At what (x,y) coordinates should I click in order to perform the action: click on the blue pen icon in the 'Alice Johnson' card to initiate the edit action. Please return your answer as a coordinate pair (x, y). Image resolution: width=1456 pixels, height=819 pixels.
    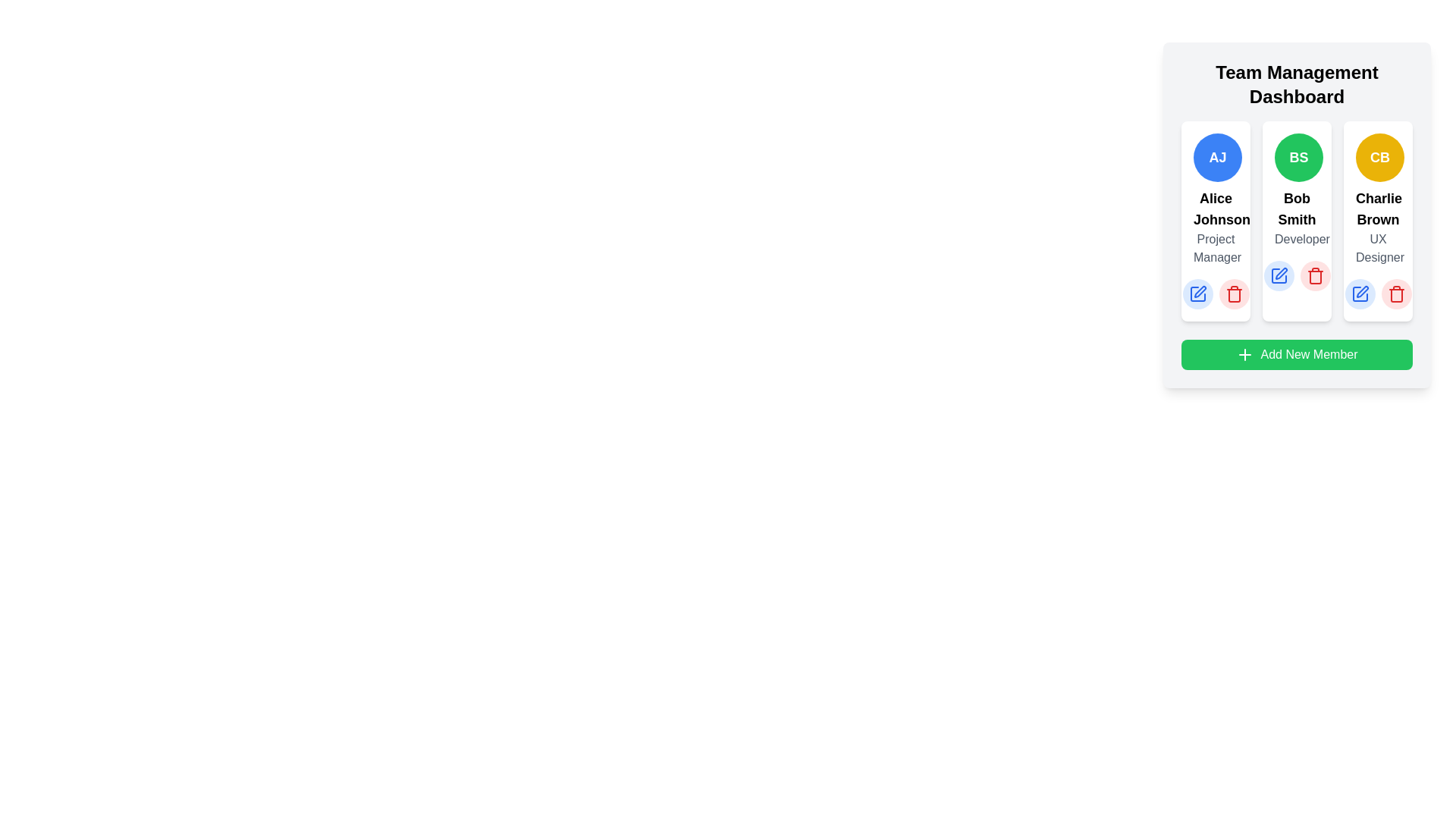
    Looking at the image, I should click on (1197, 294).